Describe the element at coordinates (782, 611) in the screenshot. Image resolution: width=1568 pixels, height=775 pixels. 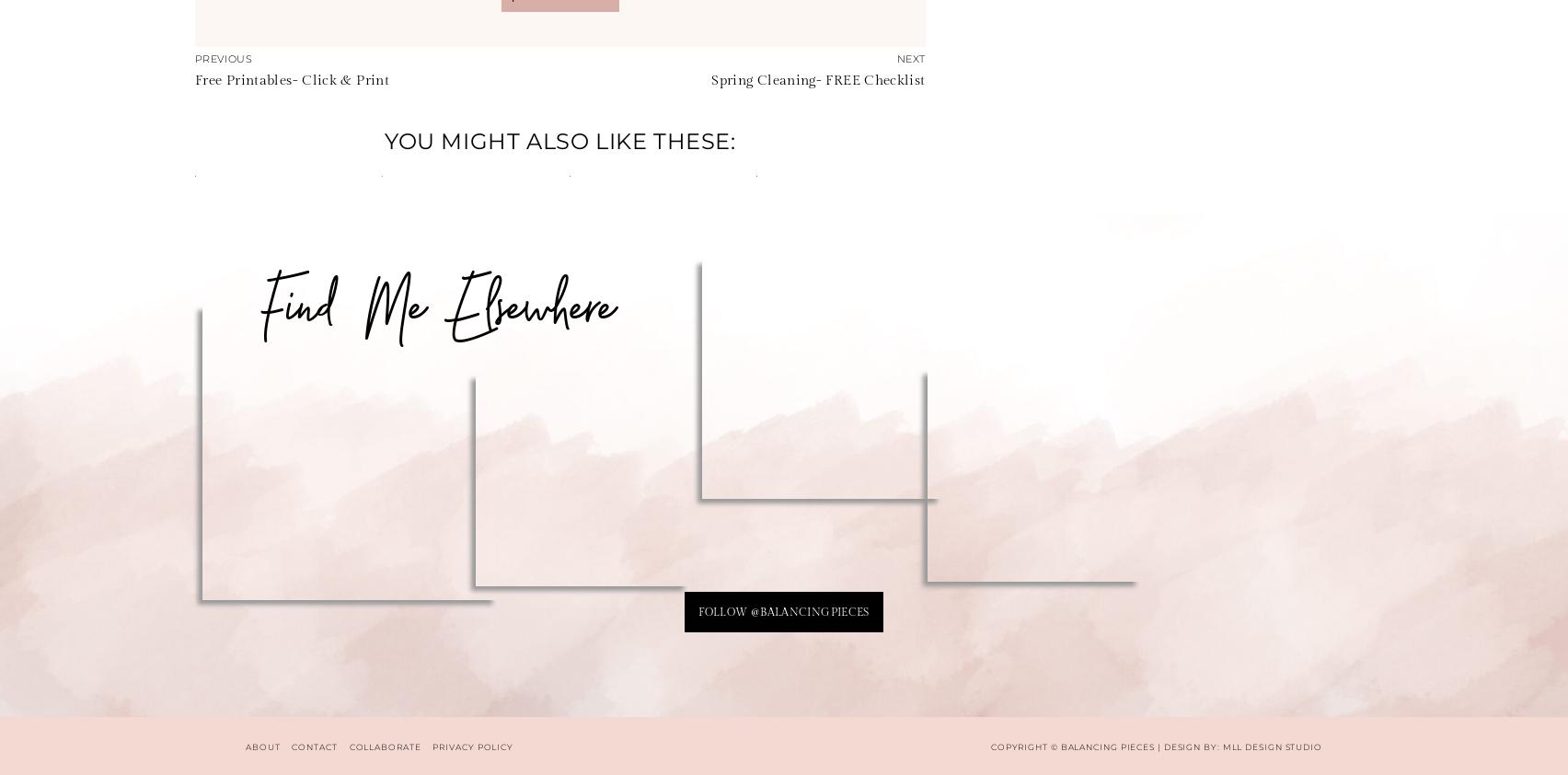
I see `'FOLLOW @BALANCINGPIECES'` at that location.